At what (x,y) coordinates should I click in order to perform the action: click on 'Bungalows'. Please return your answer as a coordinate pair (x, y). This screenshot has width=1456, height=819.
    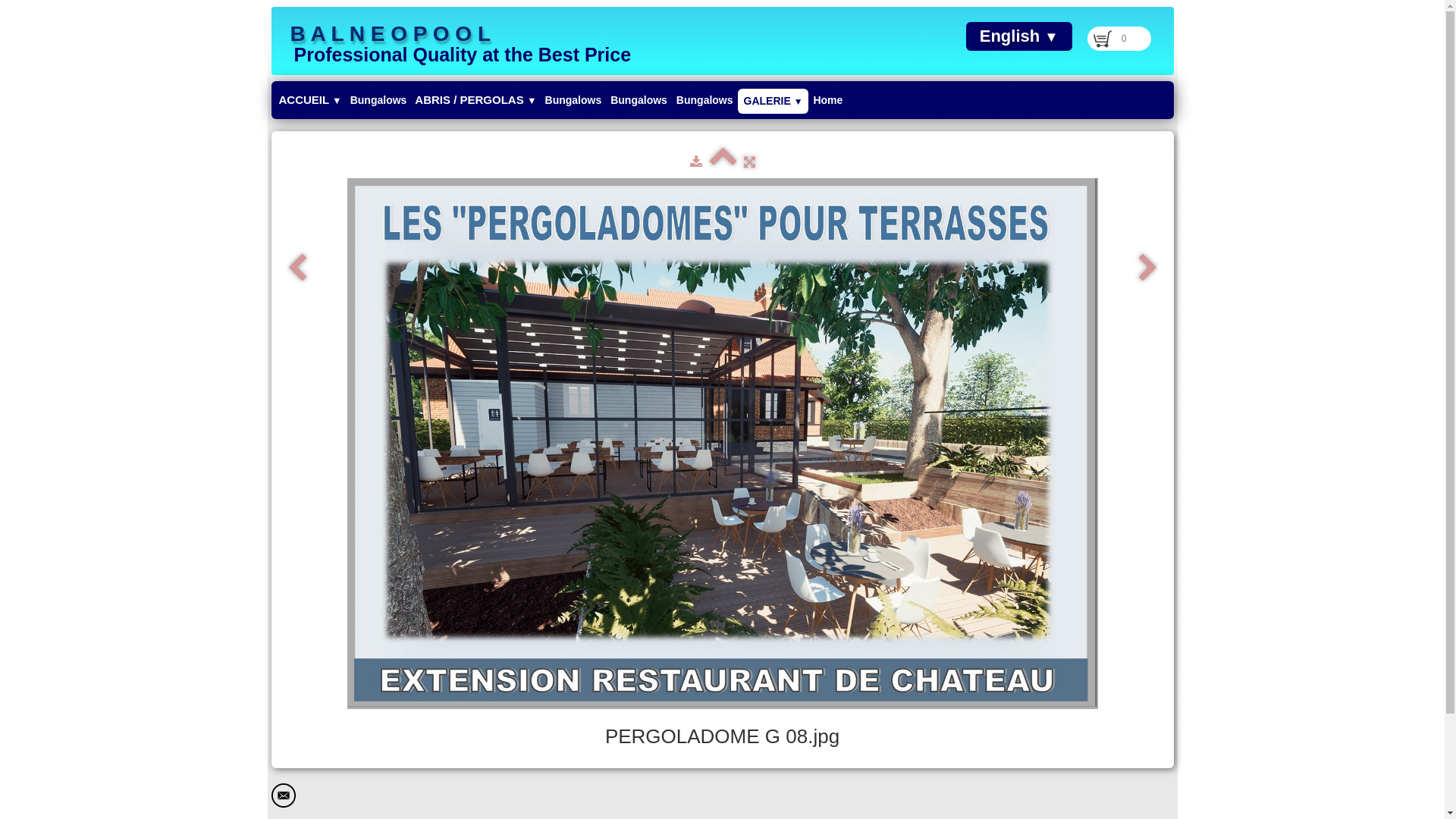
    Looking at the image, I should click on (704, 99).